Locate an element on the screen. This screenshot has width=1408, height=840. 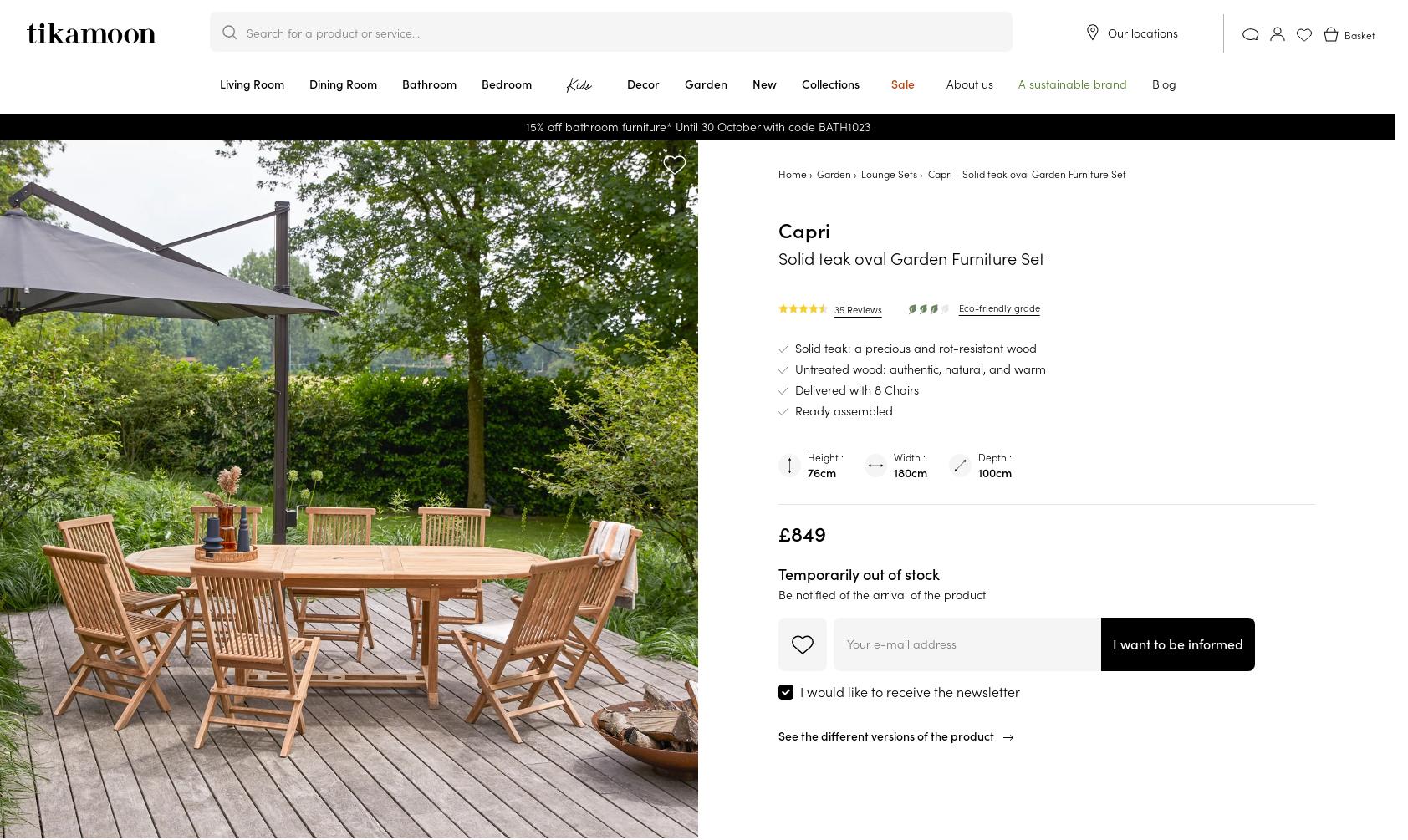
'76cm' is located at coordinates (805, 471).